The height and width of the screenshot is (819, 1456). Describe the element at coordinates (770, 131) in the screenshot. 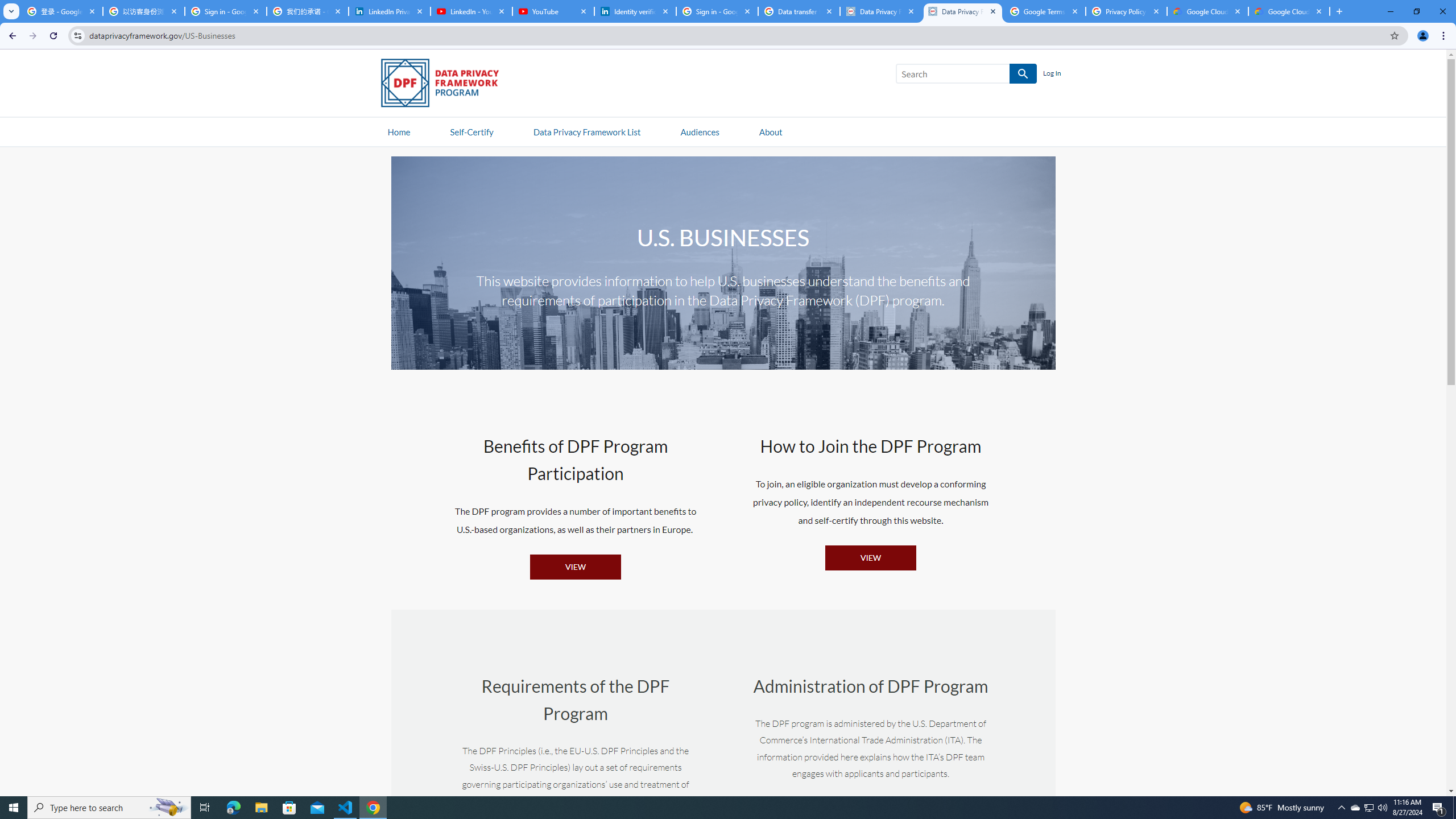

I see `'About'` at that location.